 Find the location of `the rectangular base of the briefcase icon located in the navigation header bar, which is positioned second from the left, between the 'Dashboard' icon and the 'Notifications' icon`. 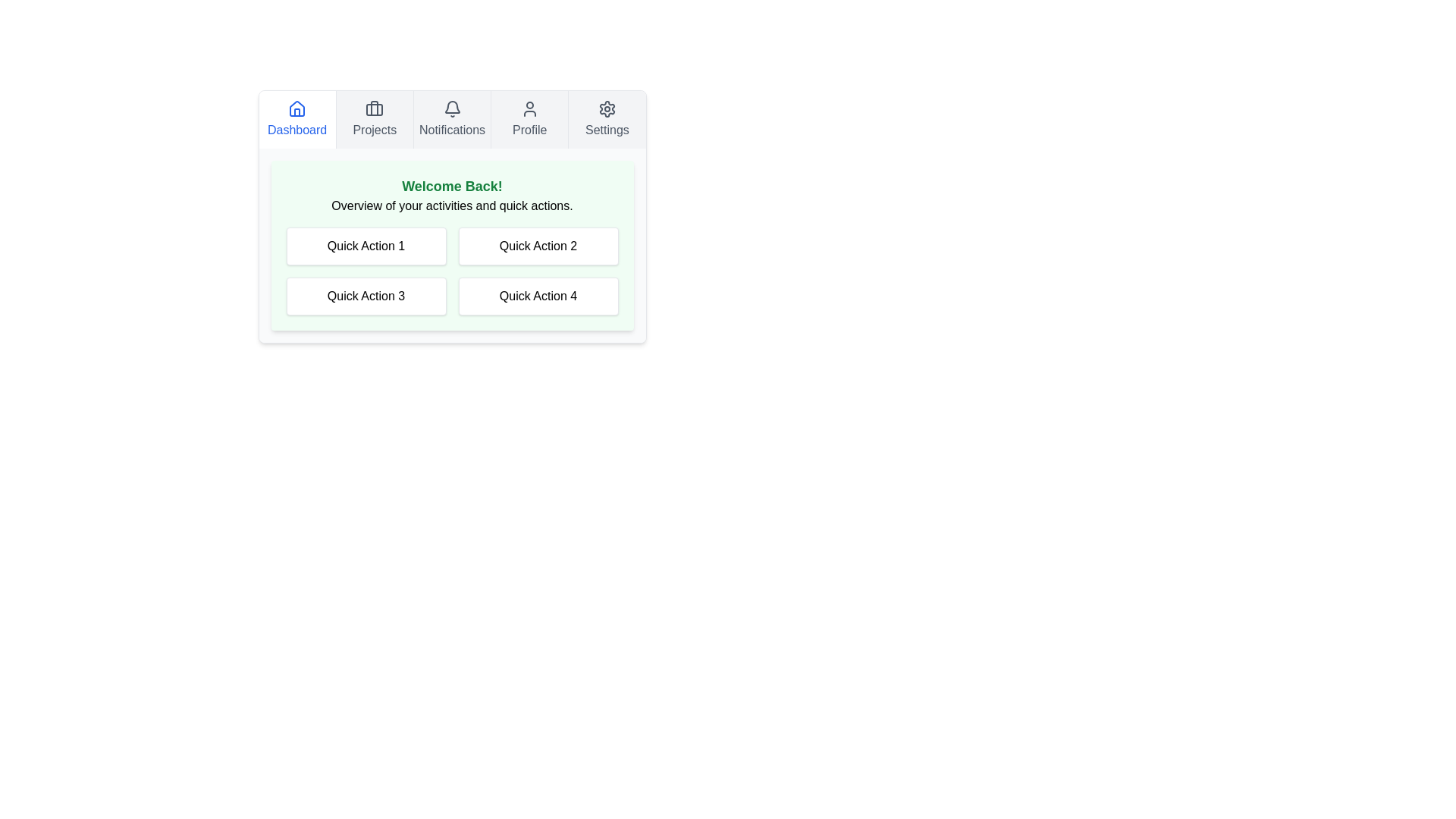

the rectangular base of the briefcase icon located in the navigation header bar, which is positioned second from the left, between the 'Dashboard' icon and the 'Notifications' icon is located at coordinates (375, 109).